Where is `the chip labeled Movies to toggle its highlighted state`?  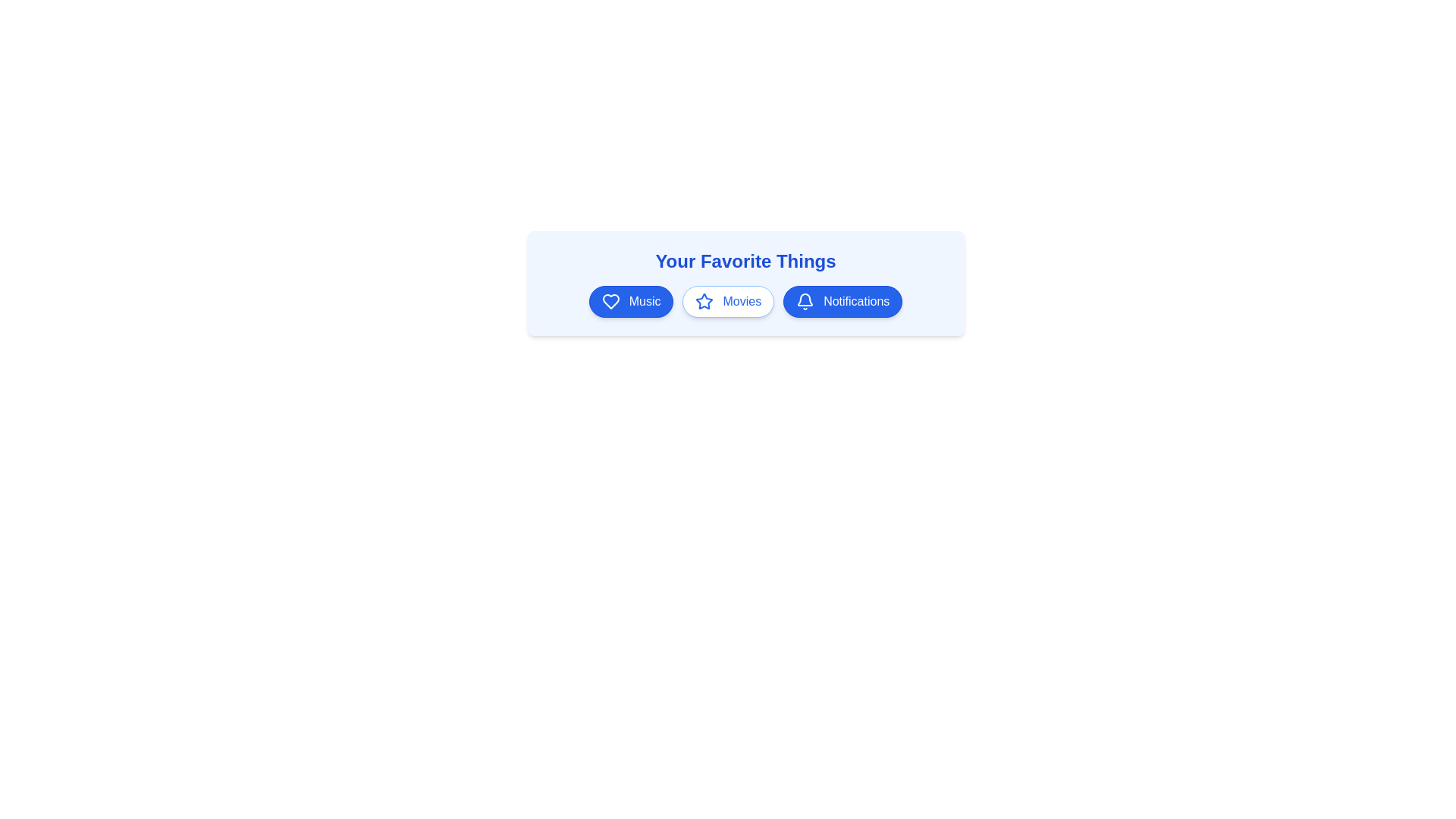 the chip labeled Movies to toggle its highlighted state is located at coordinates (728, 301).